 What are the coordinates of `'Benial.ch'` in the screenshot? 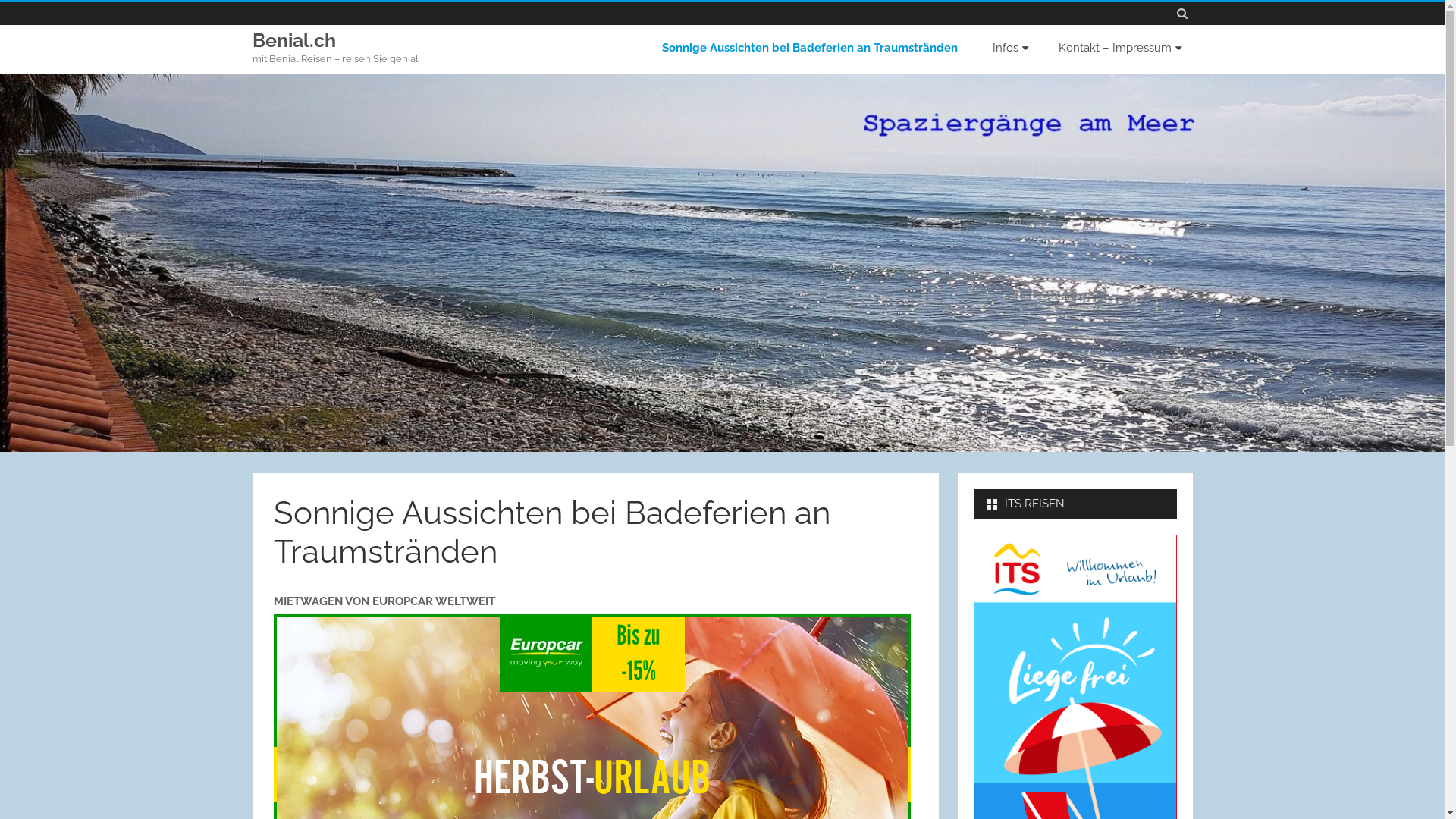 It's located at (293, 39).